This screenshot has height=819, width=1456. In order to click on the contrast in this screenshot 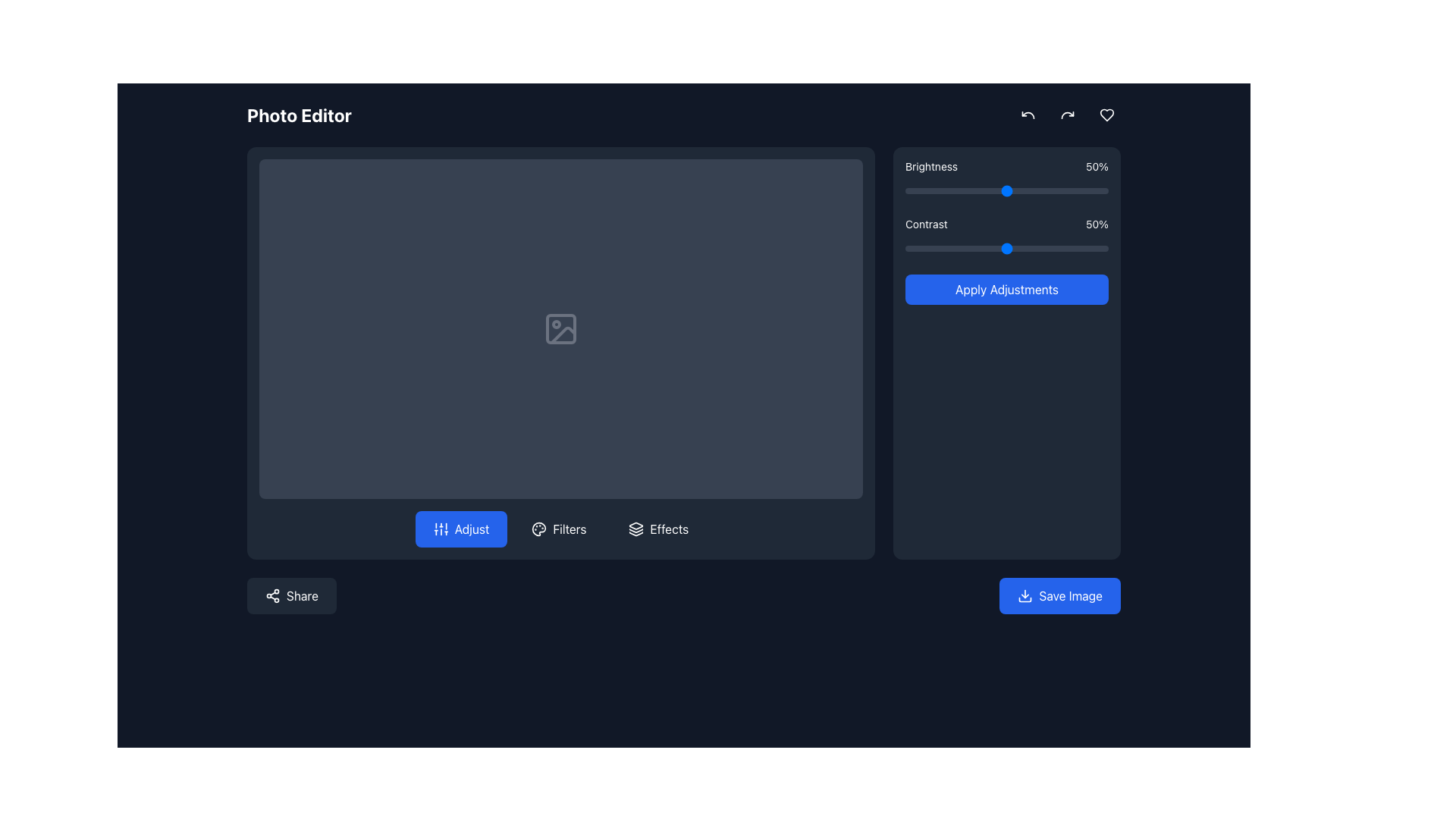, I will do `click(907, 247)`.